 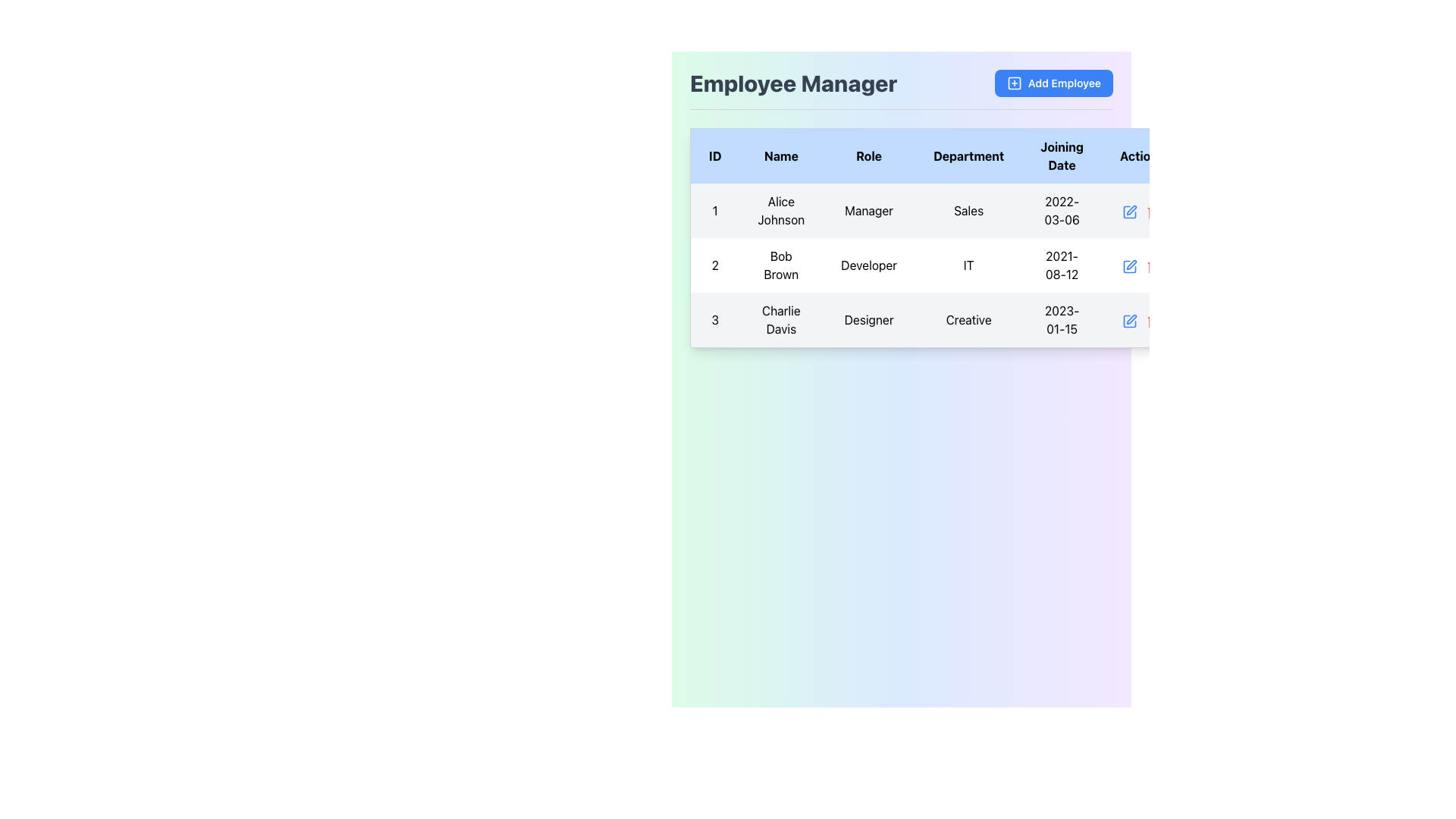 I want to click on the text label representing the name of the individual in the employee management table for user ID '2', so click(x=781, y=265).